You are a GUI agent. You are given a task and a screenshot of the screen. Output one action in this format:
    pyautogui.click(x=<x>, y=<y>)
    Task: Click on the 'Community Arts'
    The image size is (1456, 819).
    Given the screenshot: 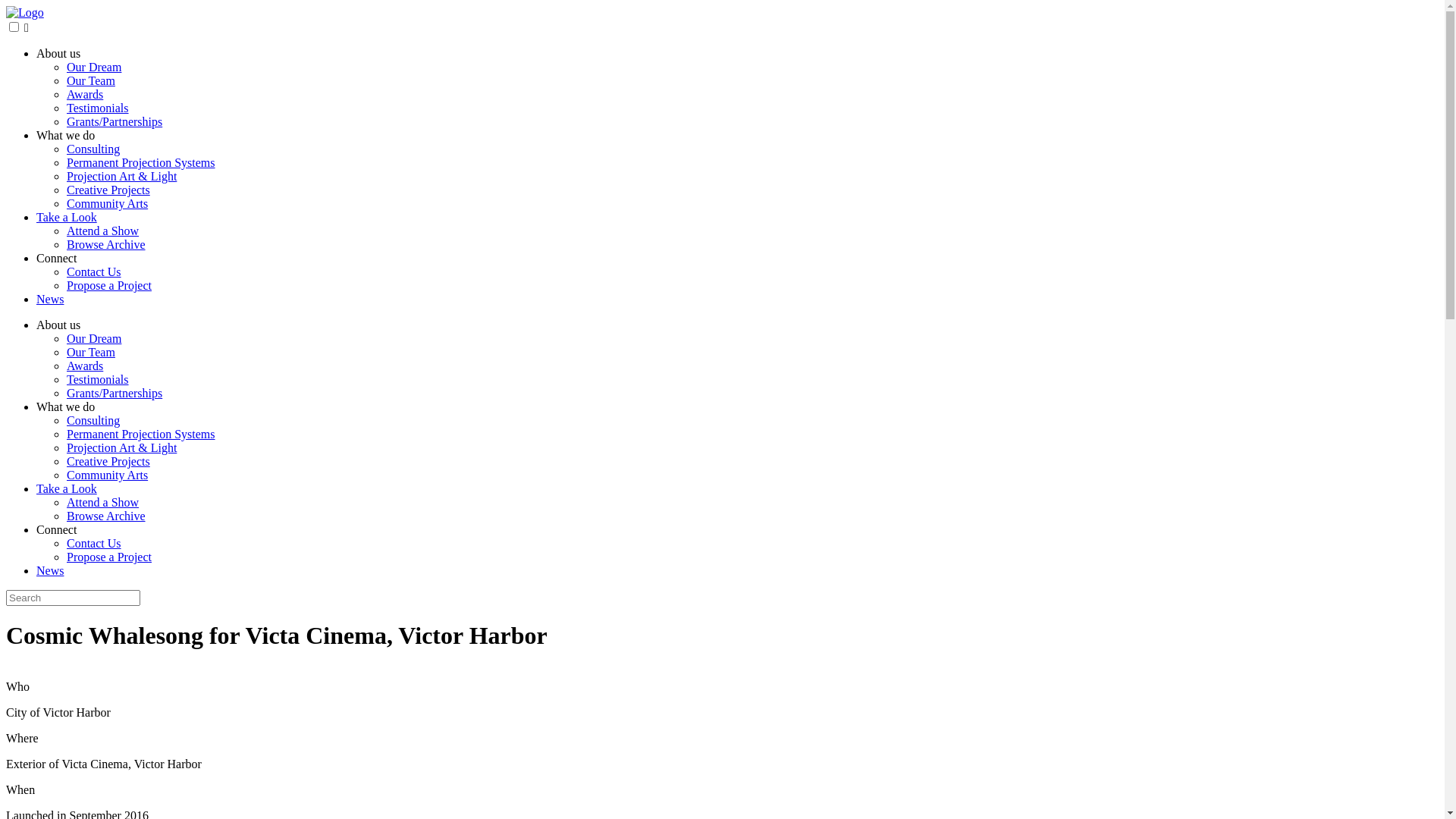 What is the action you would take?
    pyautogui.click(x=106, y=202)
    